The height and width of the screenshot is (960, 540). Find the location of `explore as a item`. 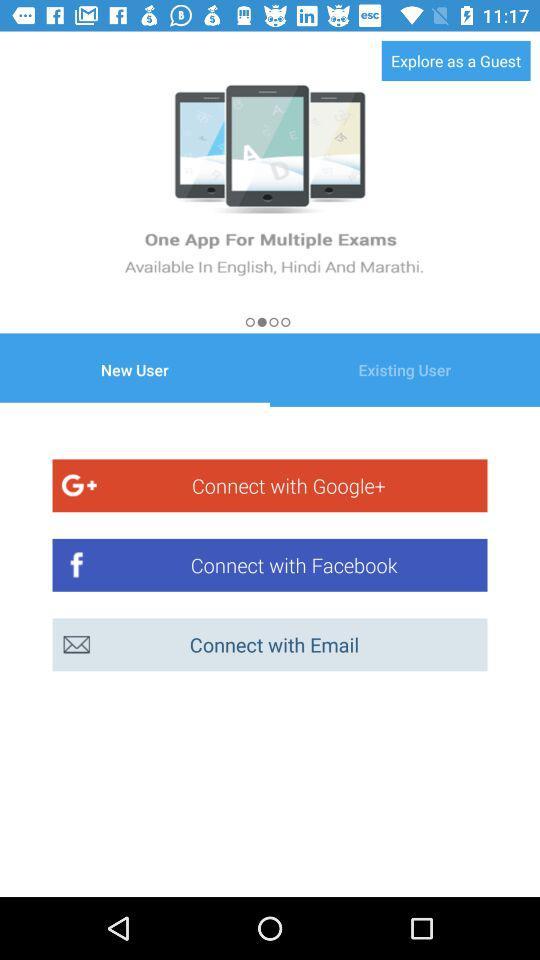

explore as a item is located at coordinates (456, 59).